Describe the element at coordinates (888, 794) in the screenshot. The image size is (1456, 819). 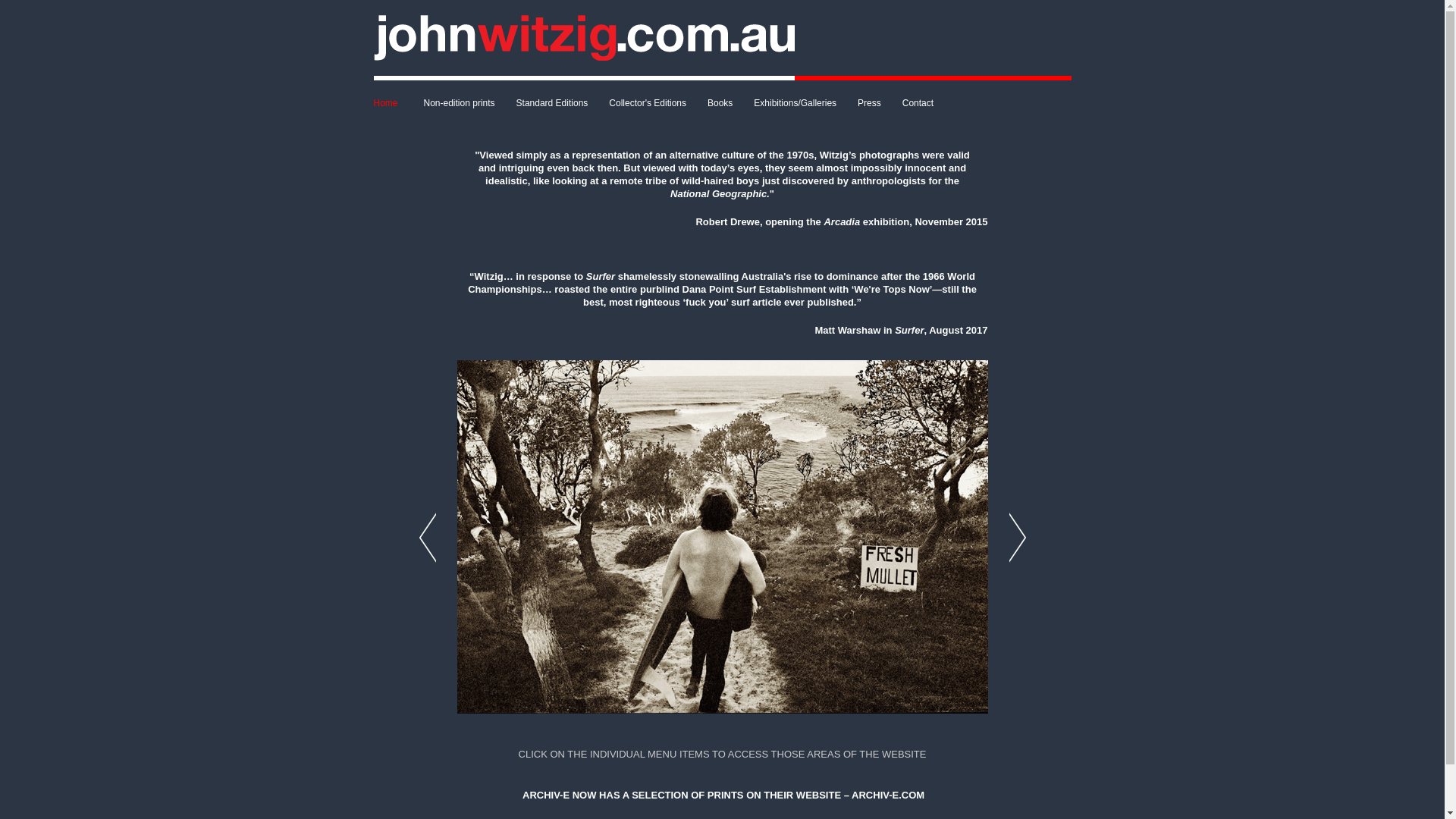
I see `'ARCHIV-E.COM'` at that location.